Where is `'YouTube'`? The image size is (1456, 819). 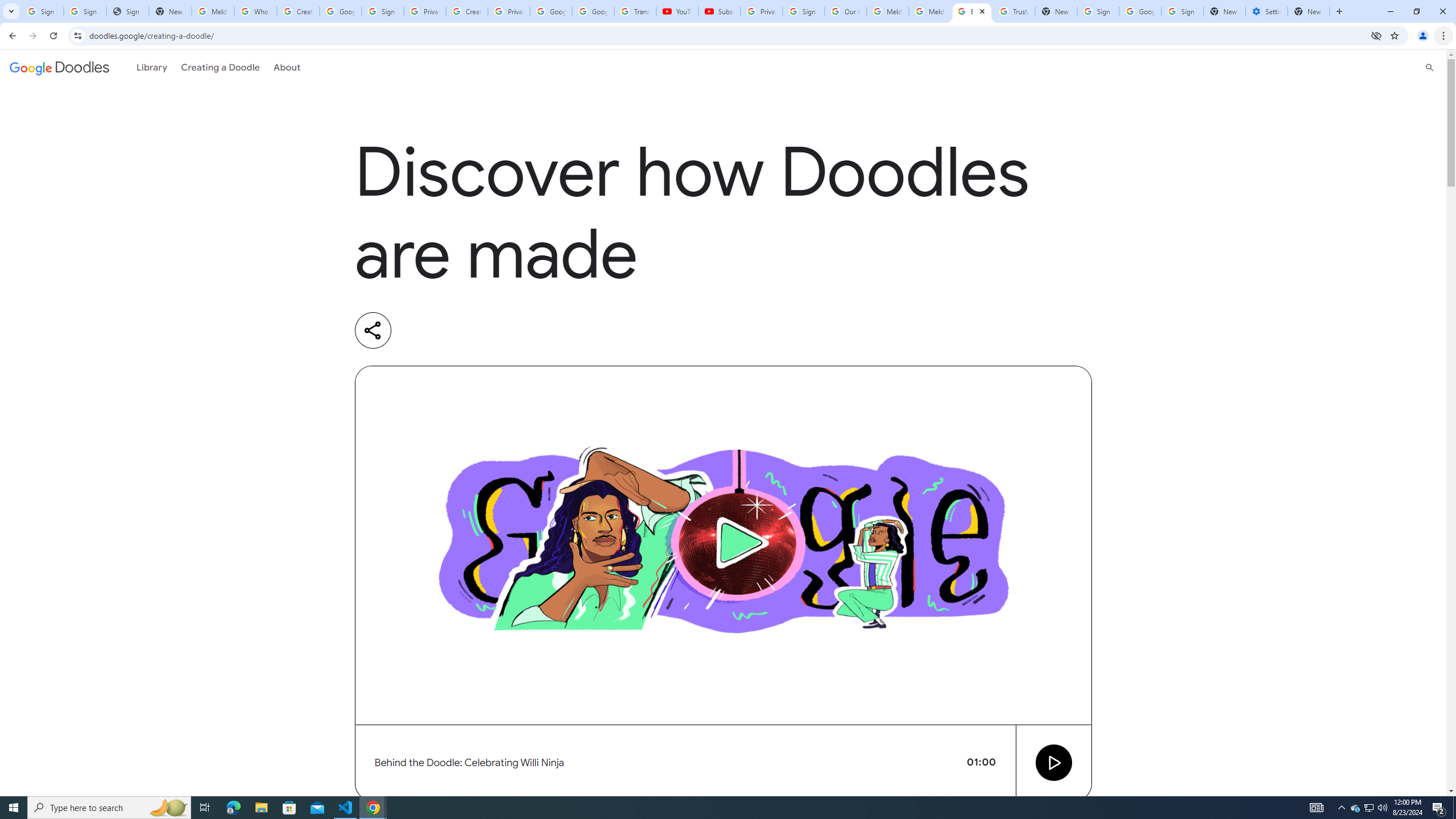
'YouTube' is located at coordinates (677, 11).